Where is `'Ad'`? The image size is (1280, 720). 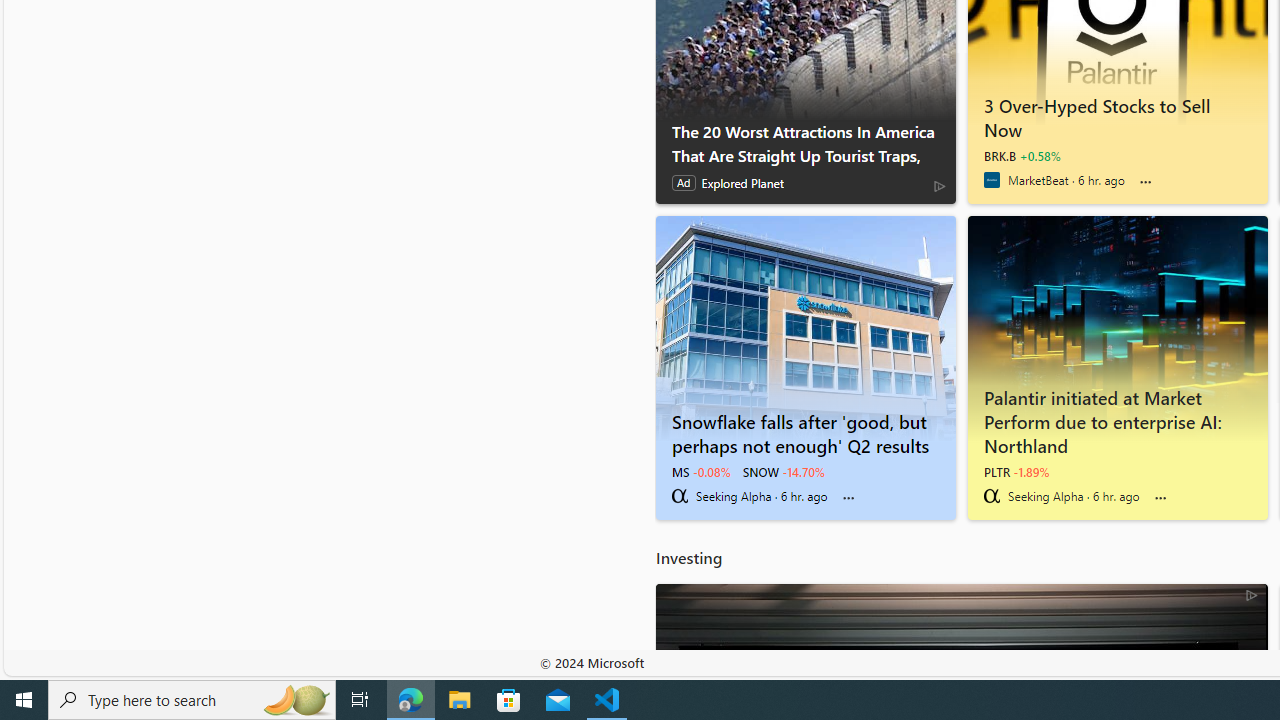 'Ad' is located at coordinates (683, 183).